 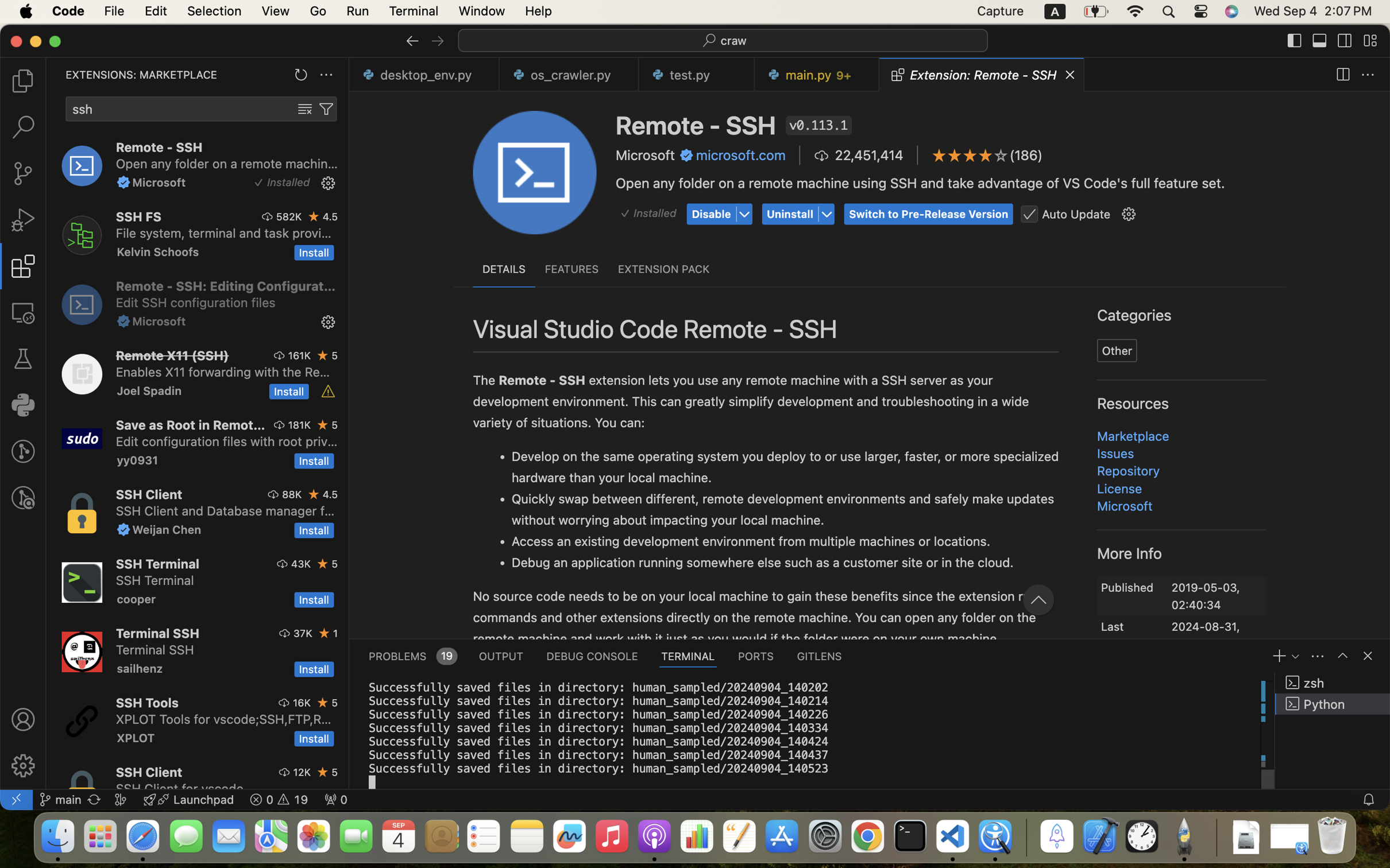 I want to click on '12K', so click(x=302, y=771).